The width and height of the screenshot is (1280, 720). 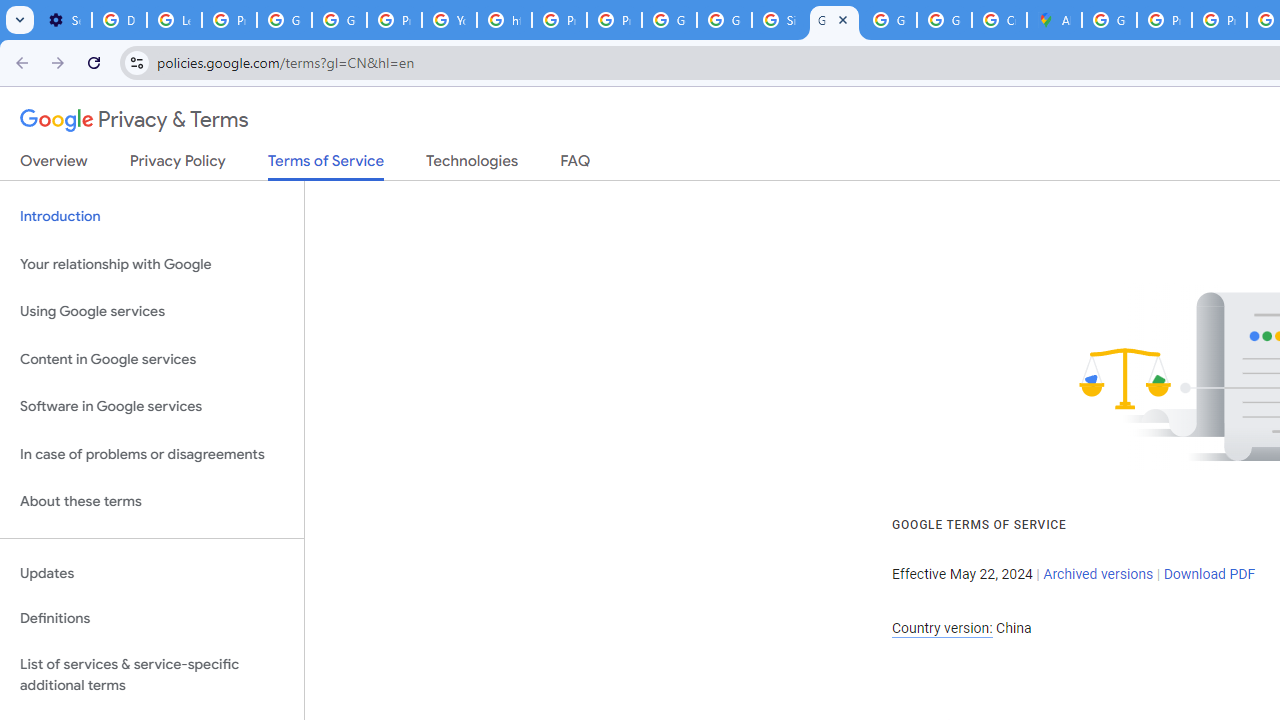 What do you see at coordinates (174, 20) in the screenshot?
I see `'Learn how to find your photos - Google Photos Help'` at bounding box center [174, 20].